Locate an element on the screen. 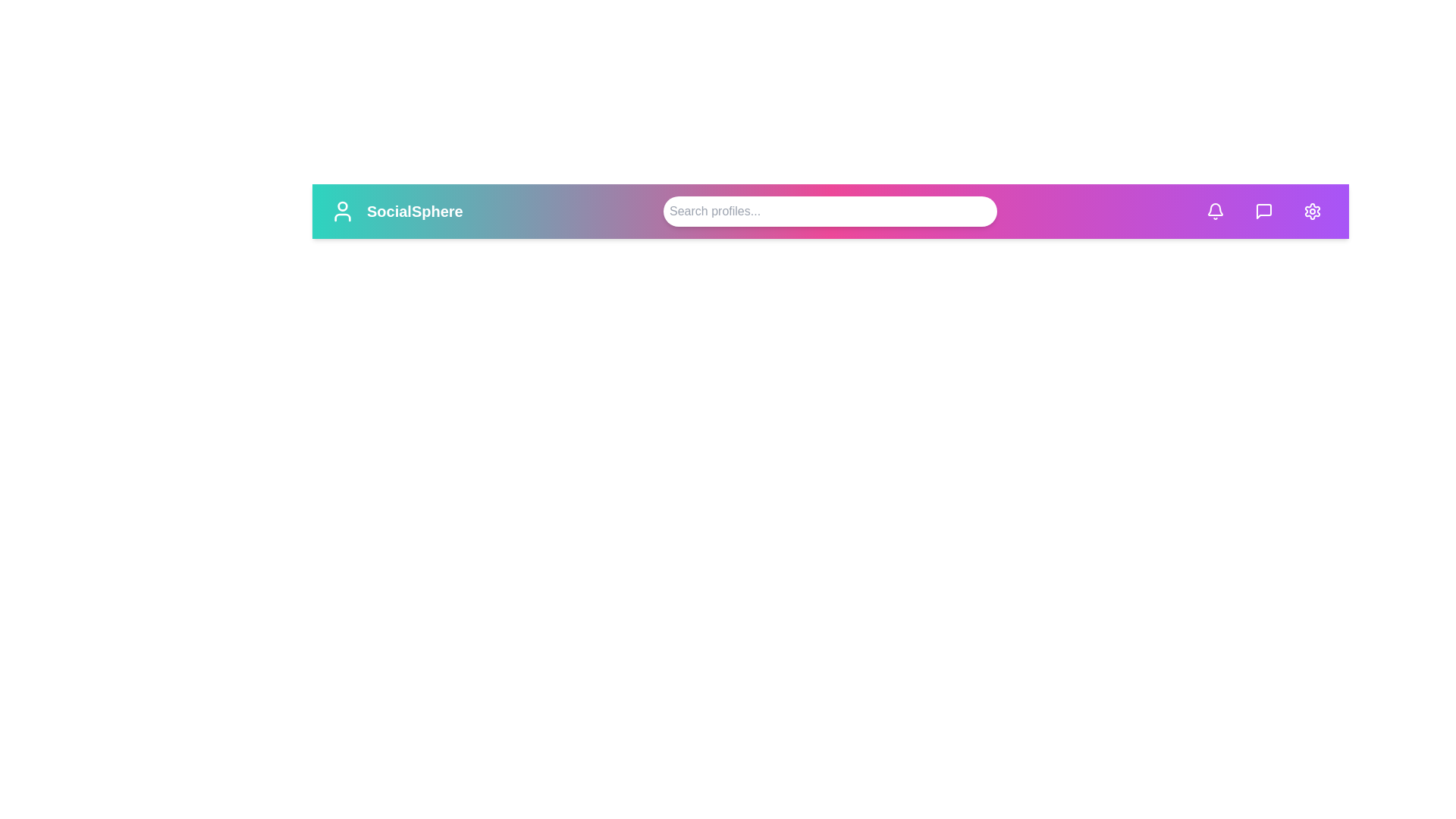 This screenshot has height=819, width=1456. the bell icon to view notifications is located at coordinates (1216, 211).